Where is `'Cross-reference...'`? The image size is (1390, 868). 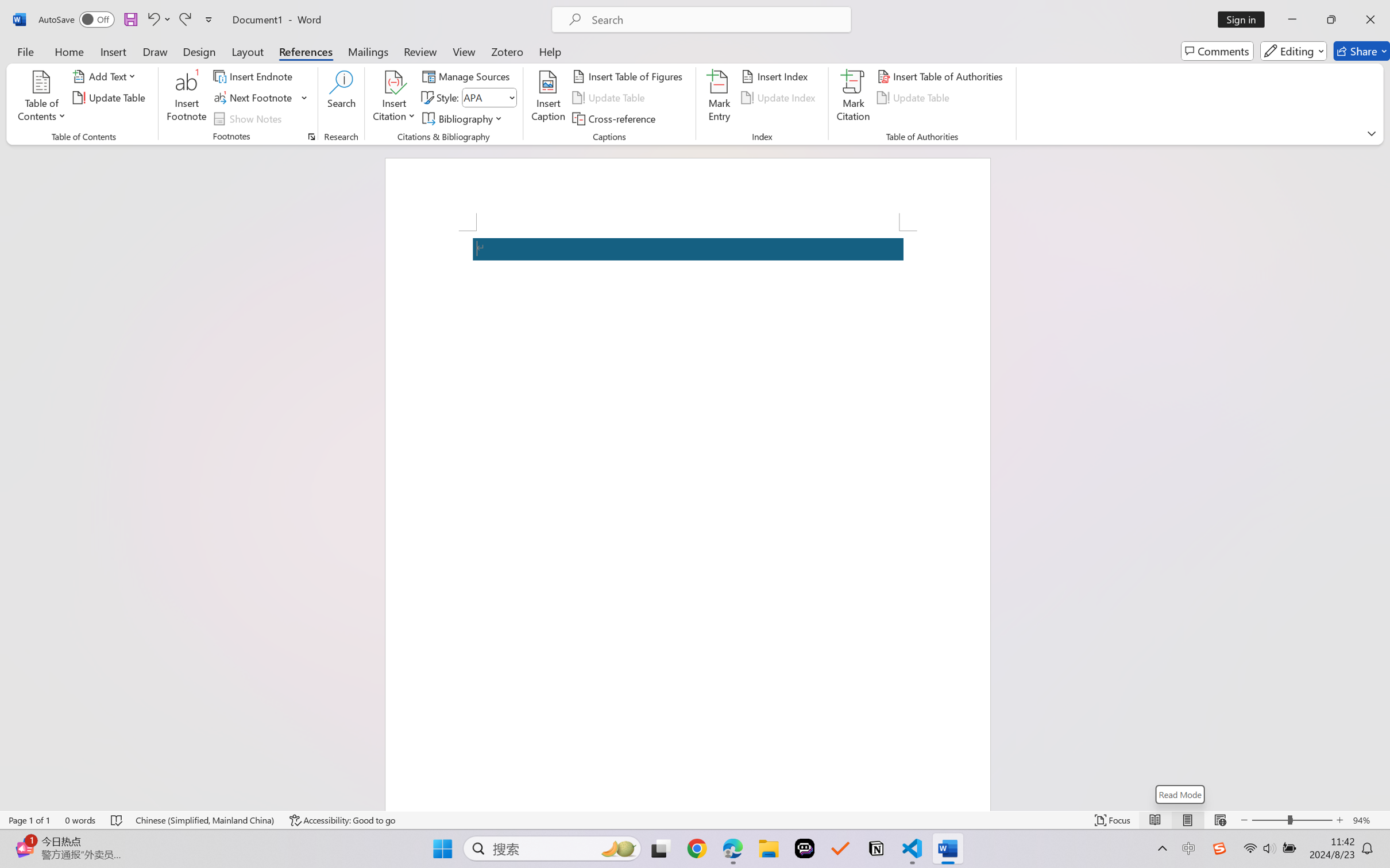
'Cross-reference...' is located at coordinates (616, 119).